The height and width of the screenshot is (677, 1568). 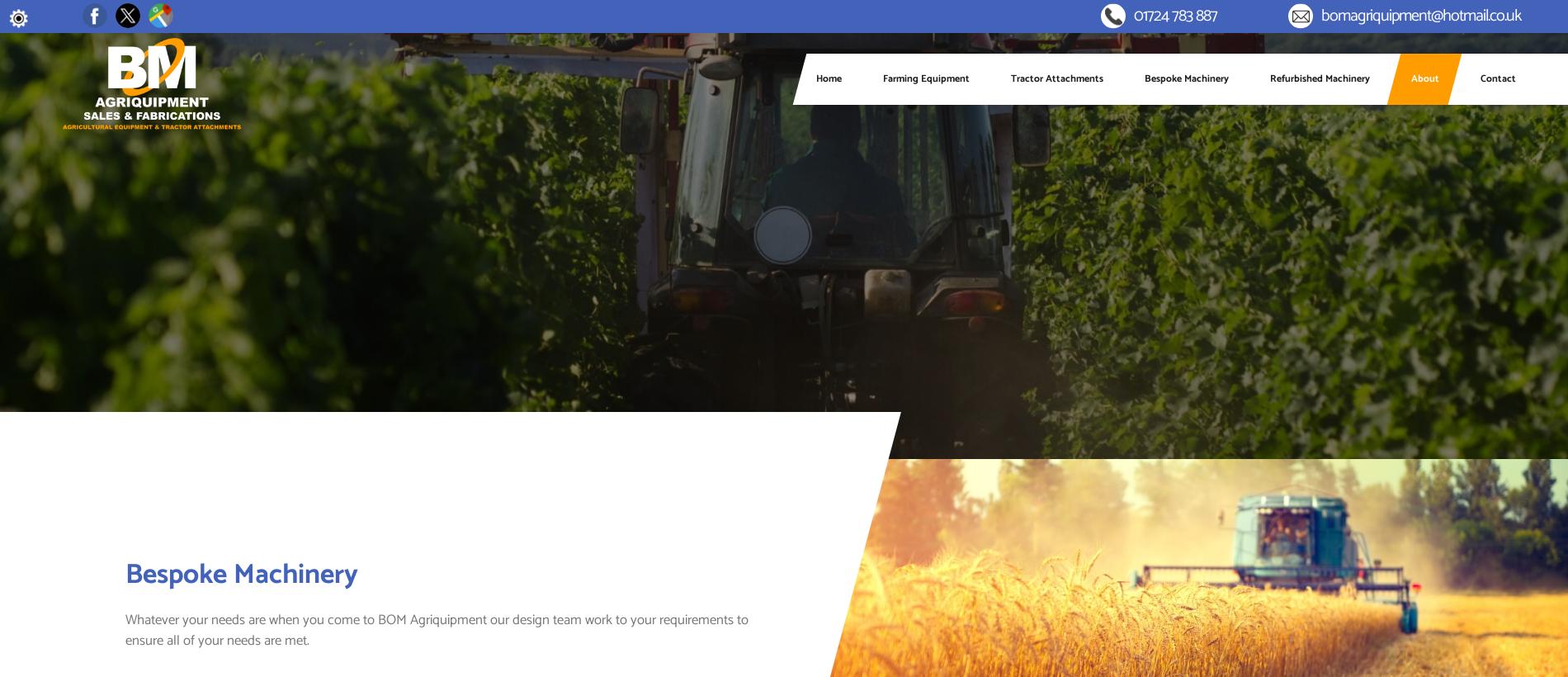 What do you see at coordinates (1320, 78) in the screenshot?
I see `'Refurbished Machinery'` at bounding box center [1320, 78].